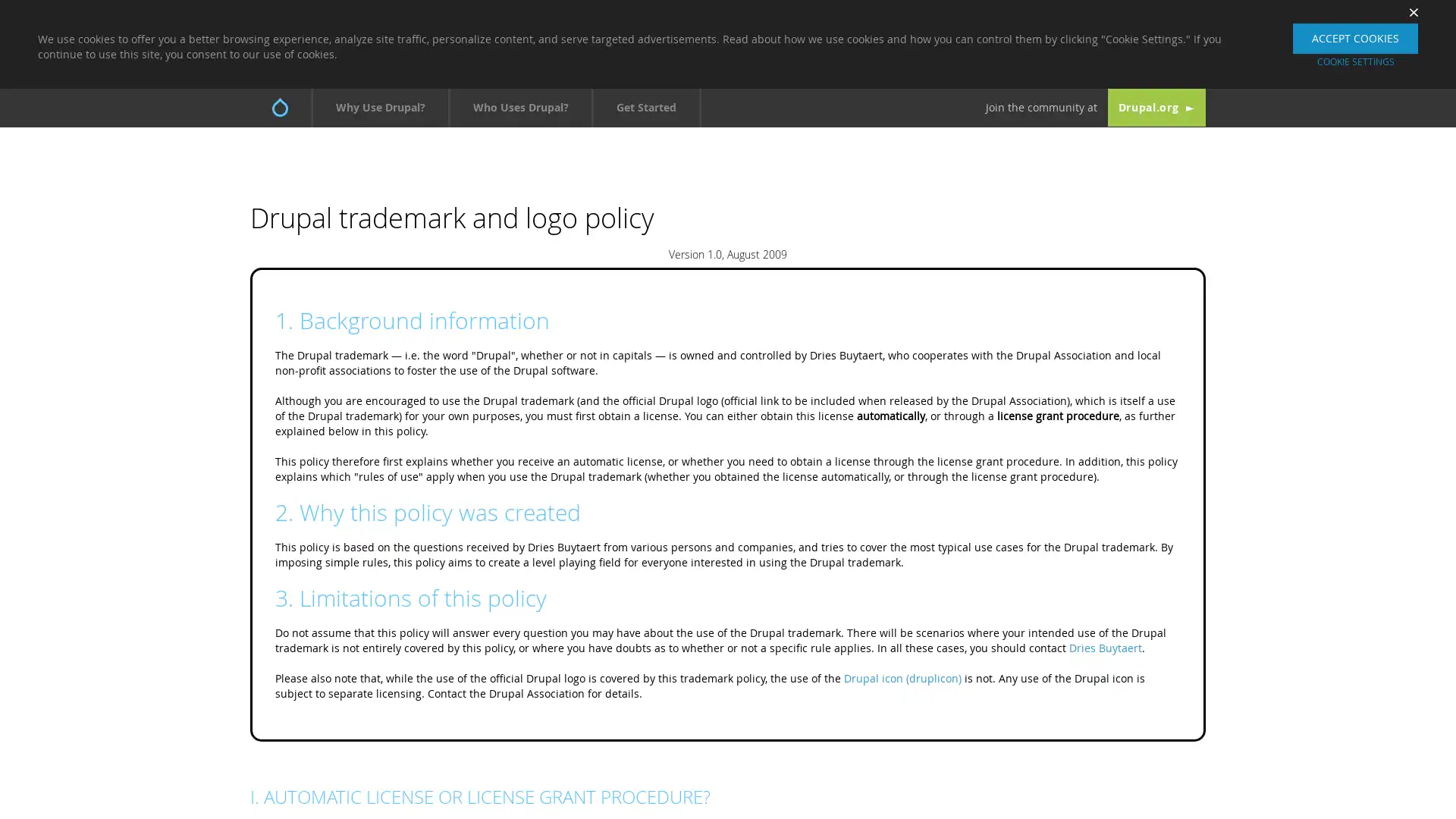 The image size is (1456, 819). What do you see at coordinates (1355, 37) in the screenshot?
I see `ACCEPT COOKIES` at bounding box center [1355, 37].